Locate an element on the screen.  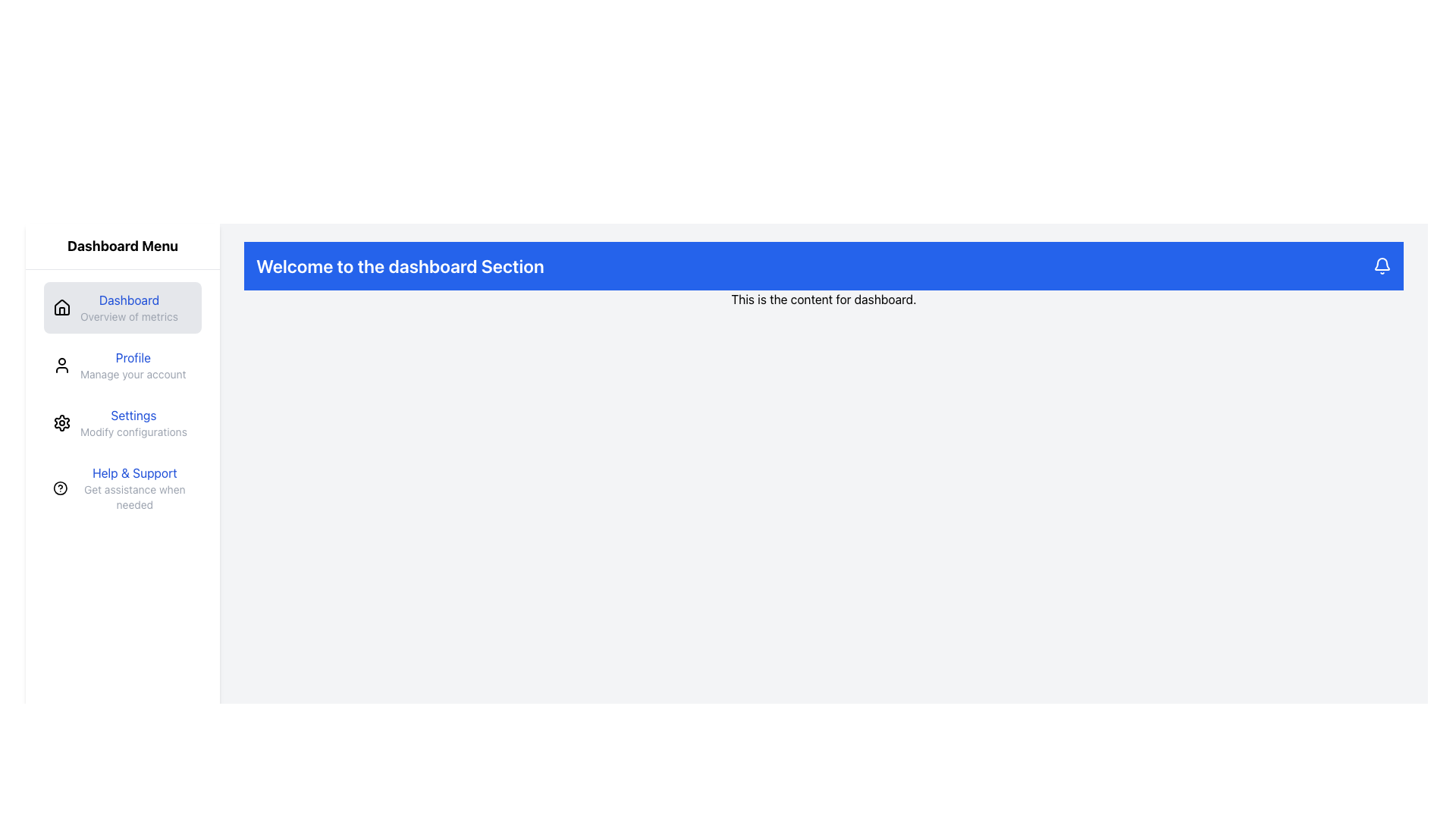
the 'Help & Support' text block in the left navigation menu is located at coordinates (134, 488).